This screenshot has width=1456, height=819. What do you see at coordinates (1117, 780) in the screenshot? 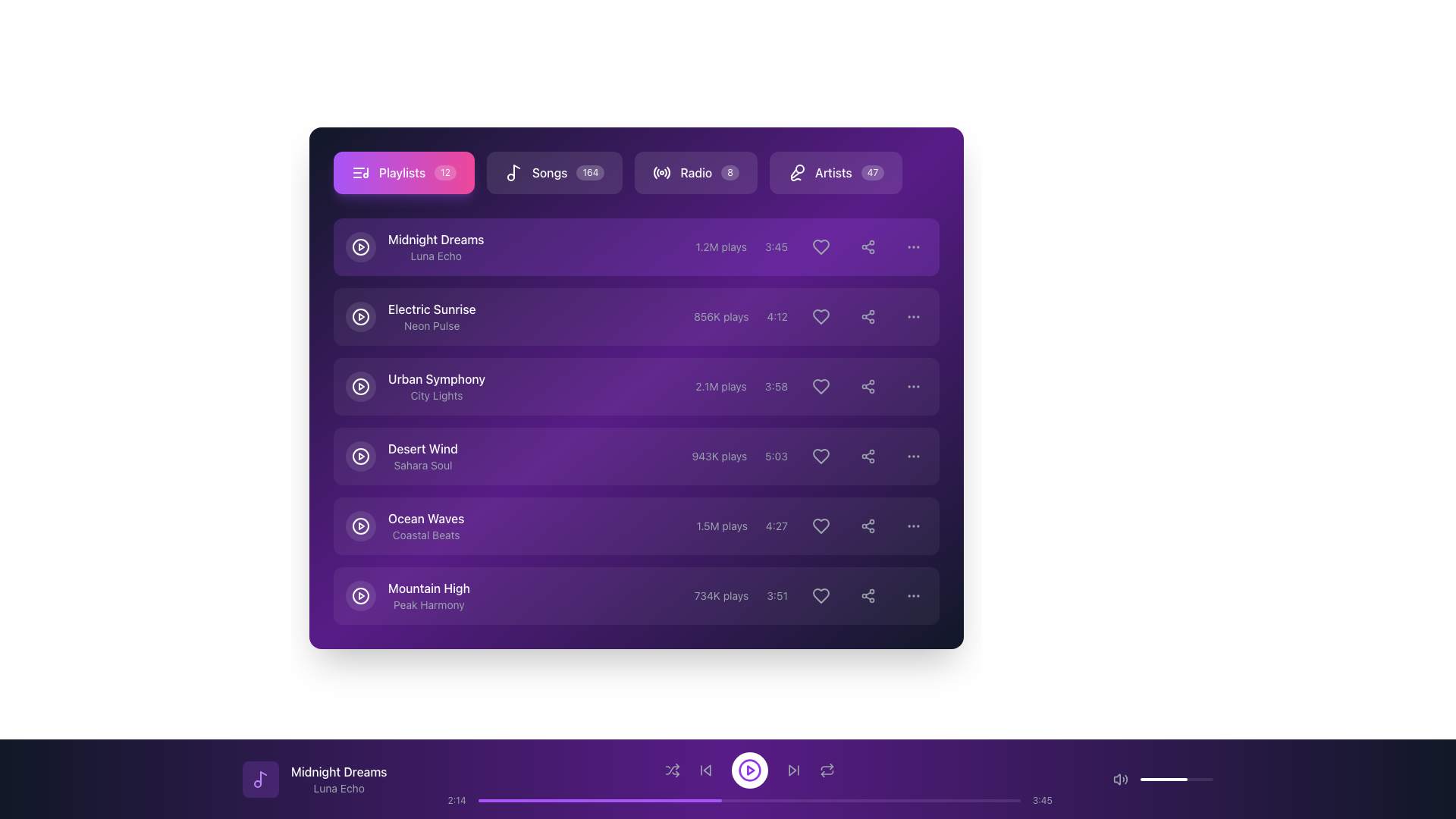
I see `the leftmost segment of the audio volume control icon, which resembles a speaker or volume symbol, located in the bottom-right section of the interface above the media playback control bar` at bounding box center [1117, 780].